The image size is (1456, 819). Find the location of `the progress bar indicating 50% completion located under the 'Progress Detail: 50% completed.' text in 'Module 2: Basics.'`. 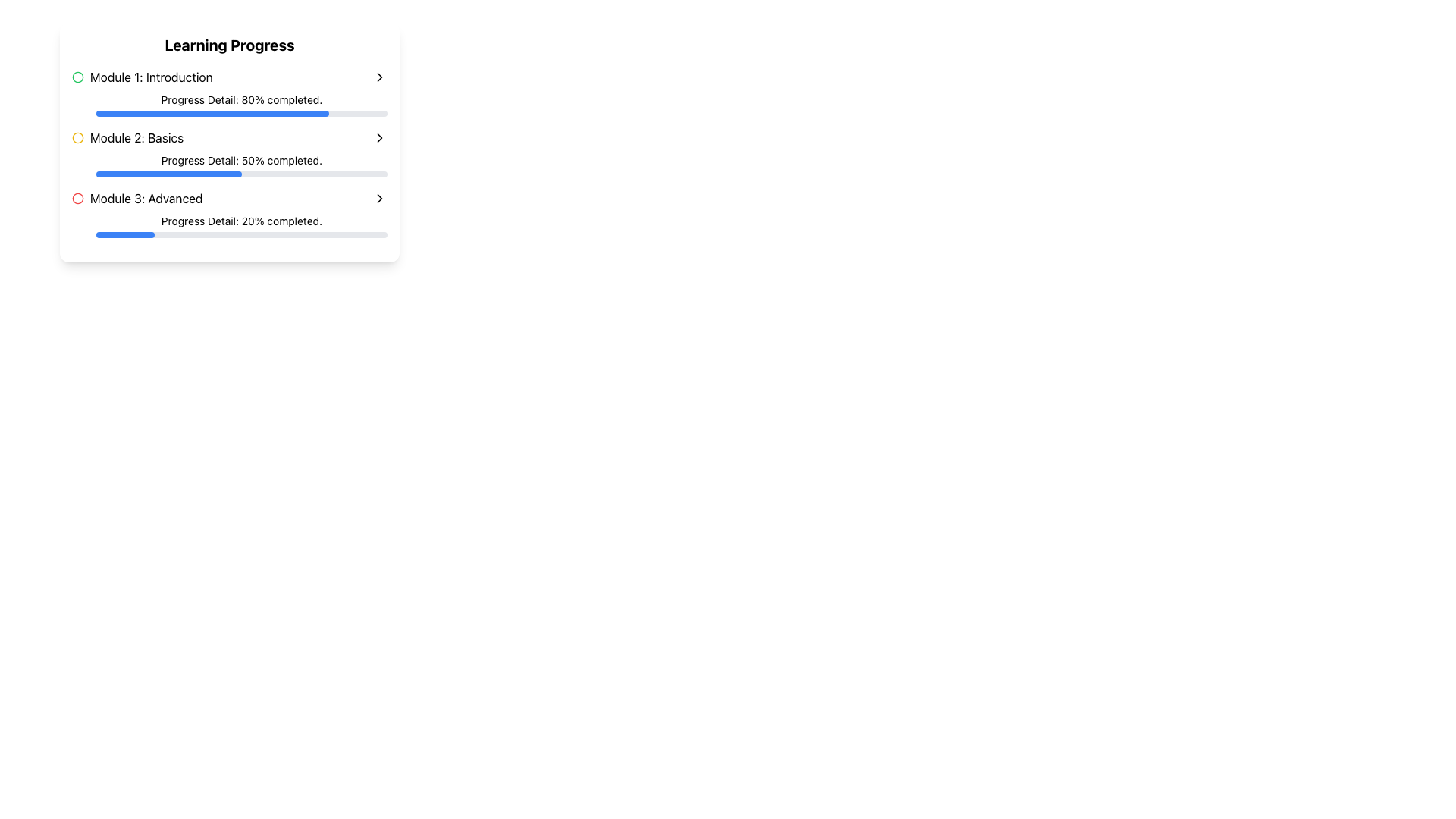

the progress bar indicating 50% completion located under the 'Progress Detail: 50% completed.' text in 'Module 2: Basics.' is located at coordinates (240, 174).